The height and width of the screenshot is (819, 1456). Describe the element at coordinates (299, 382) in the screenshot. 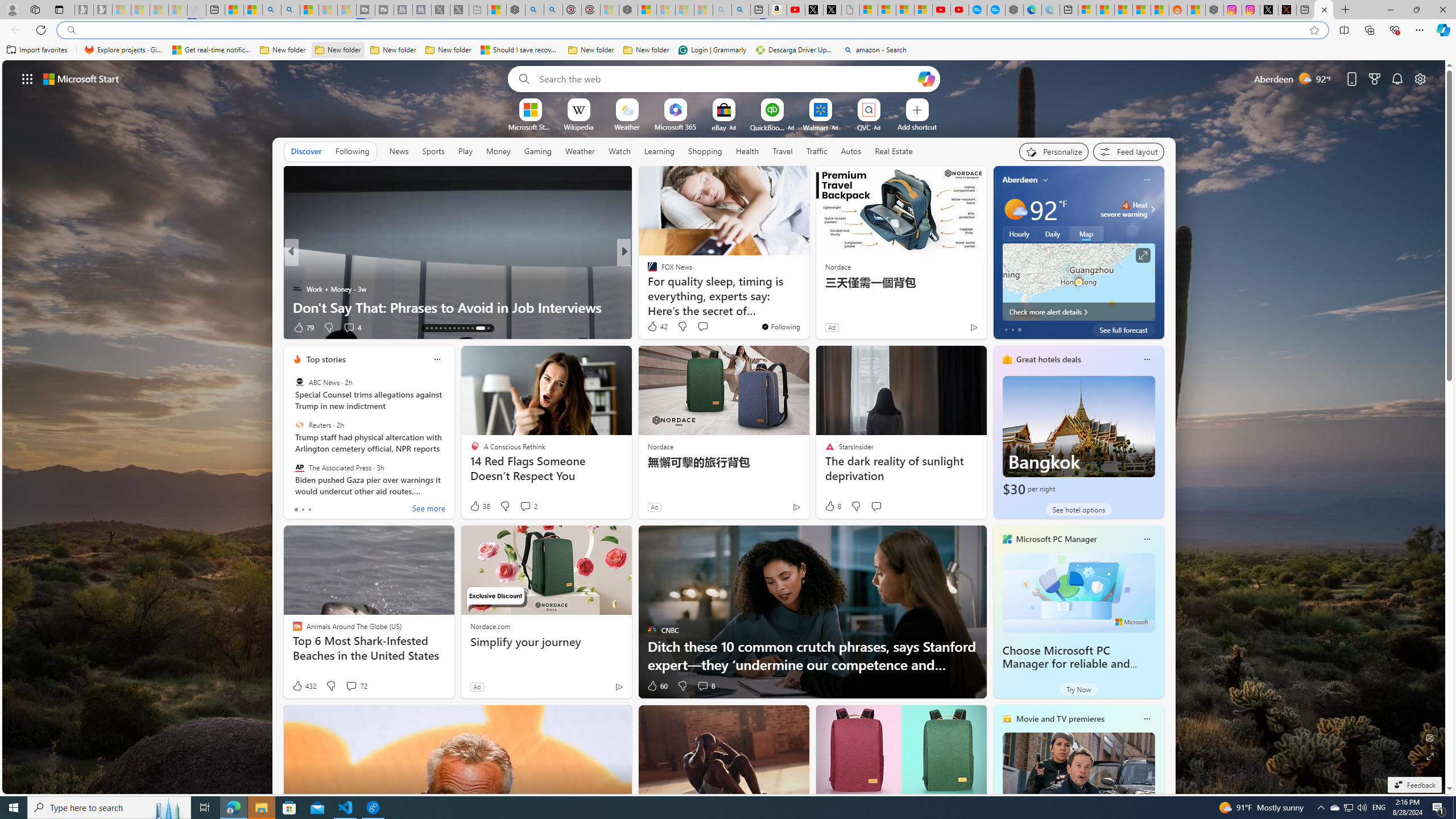

I see `'ABC News'` at that location.